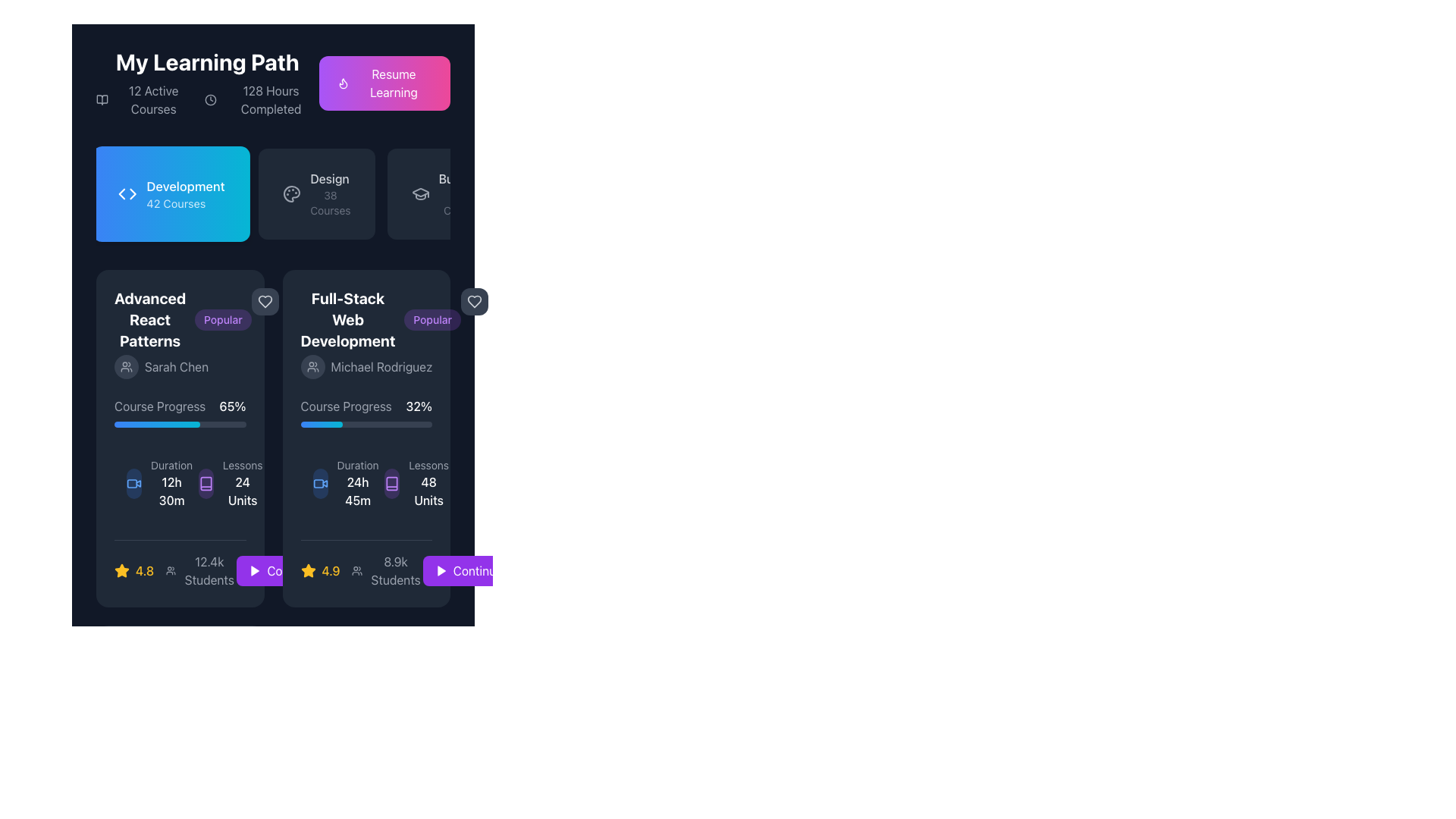 This screenshot has height=819, width=1456. I want to click on the favorite button for the "Advanced React Patterns" course, located in the top-right corner of the card near the "Popular" tag to change its appearance, so click(265, 301).